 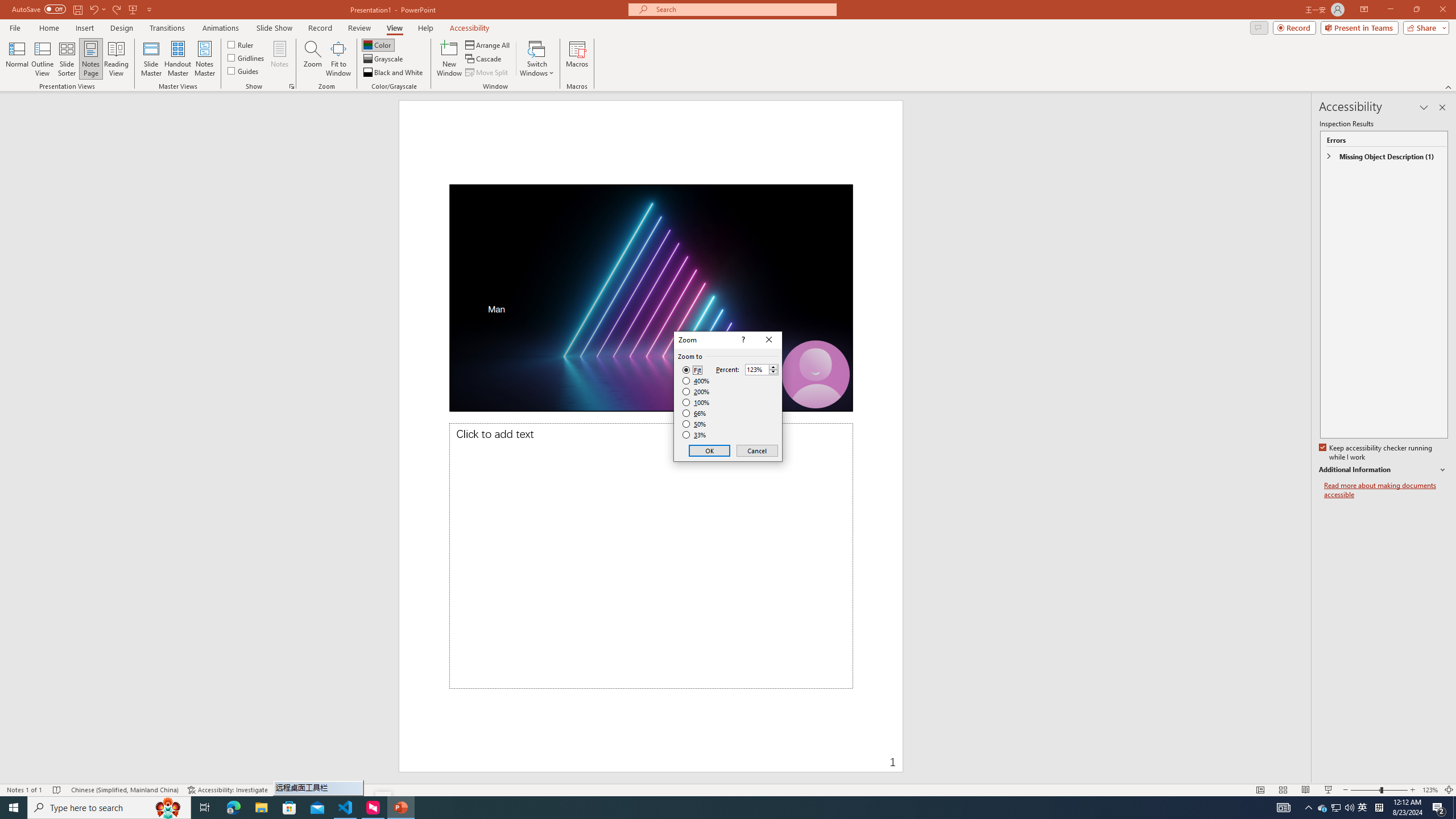 What do you see at coordinates (378, 44) in the screenshot?
I see `'Color'` at bounding box center [378, 44].